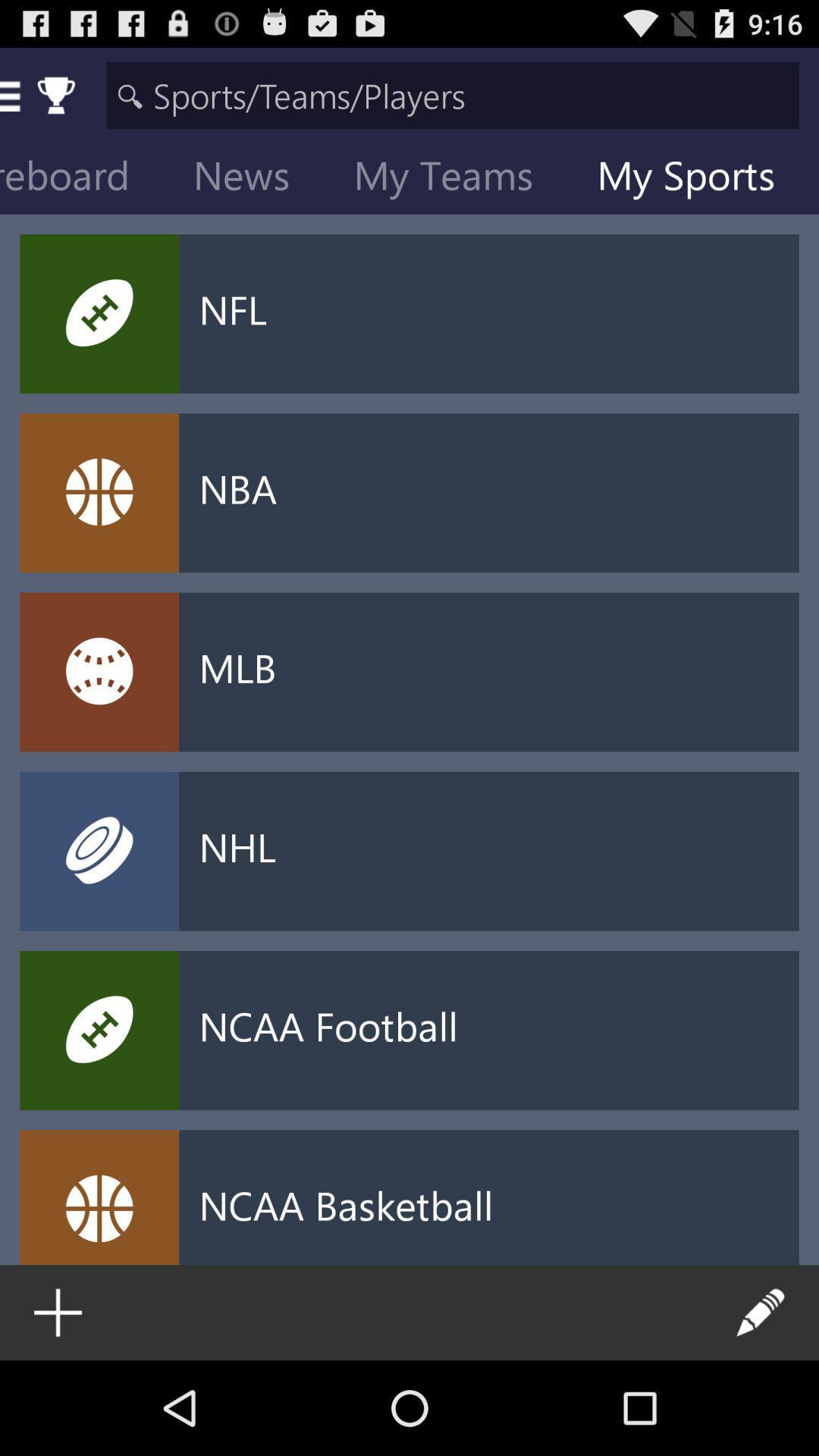  I want to click on the scoreboard item, so click(86, 178).